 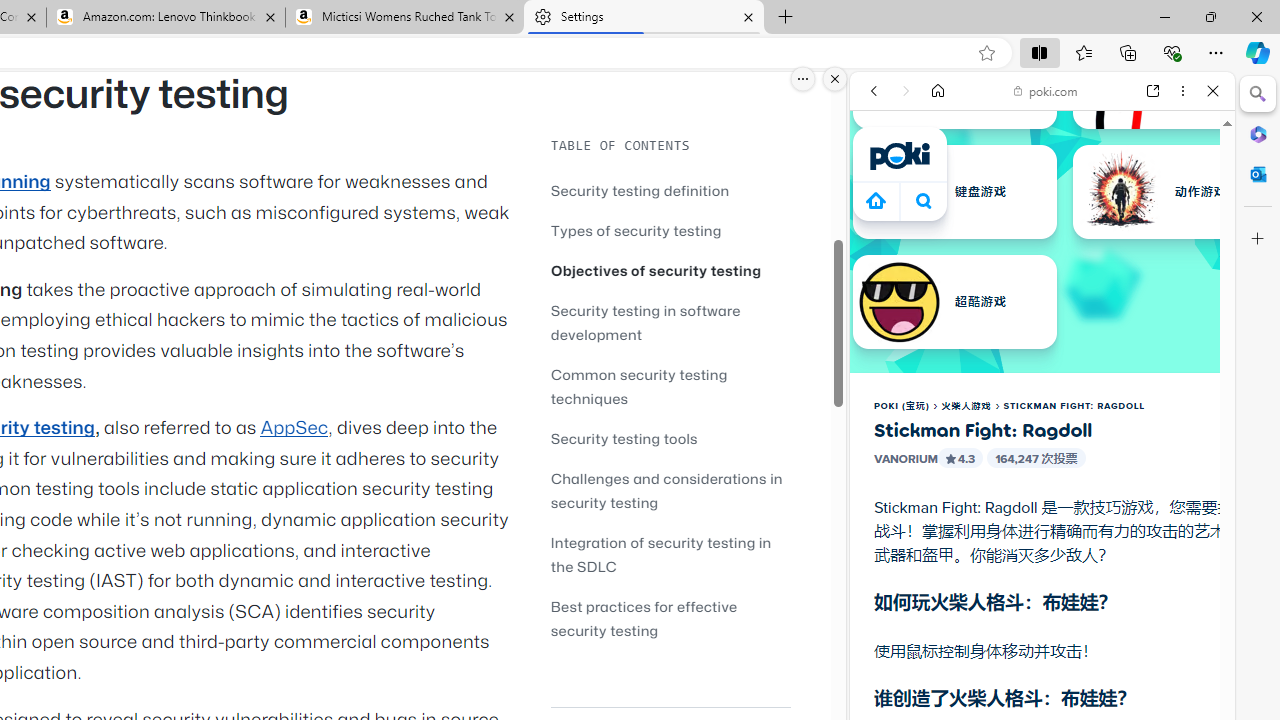 I want to click on 'Types of security testing', so click(x=635, y=229).